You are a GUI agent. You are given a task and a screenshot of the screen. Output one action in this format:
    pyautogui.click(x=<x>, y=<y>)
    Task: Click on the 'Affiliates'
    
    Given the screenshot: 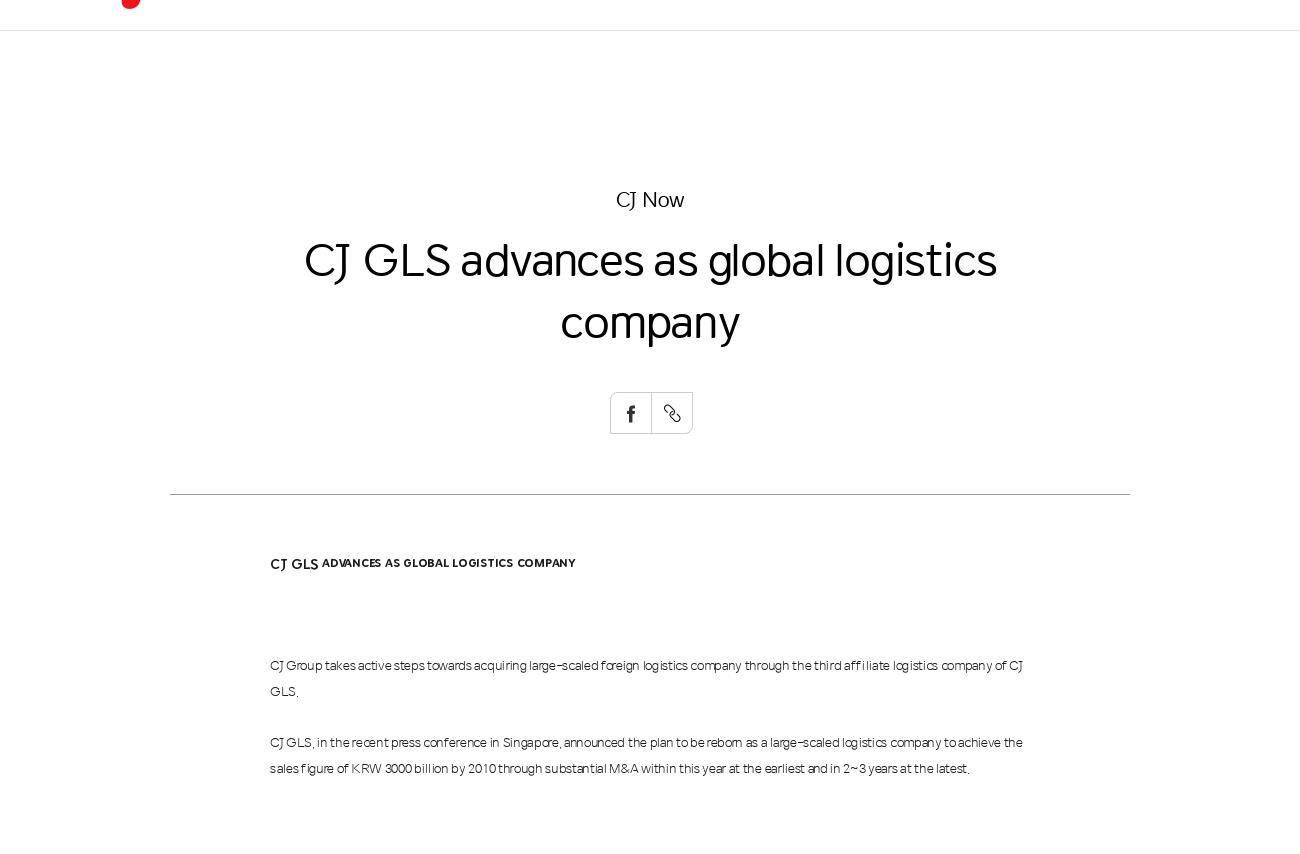 What is the action you would take?
    pyautogui.click(x=866, y=194)
    